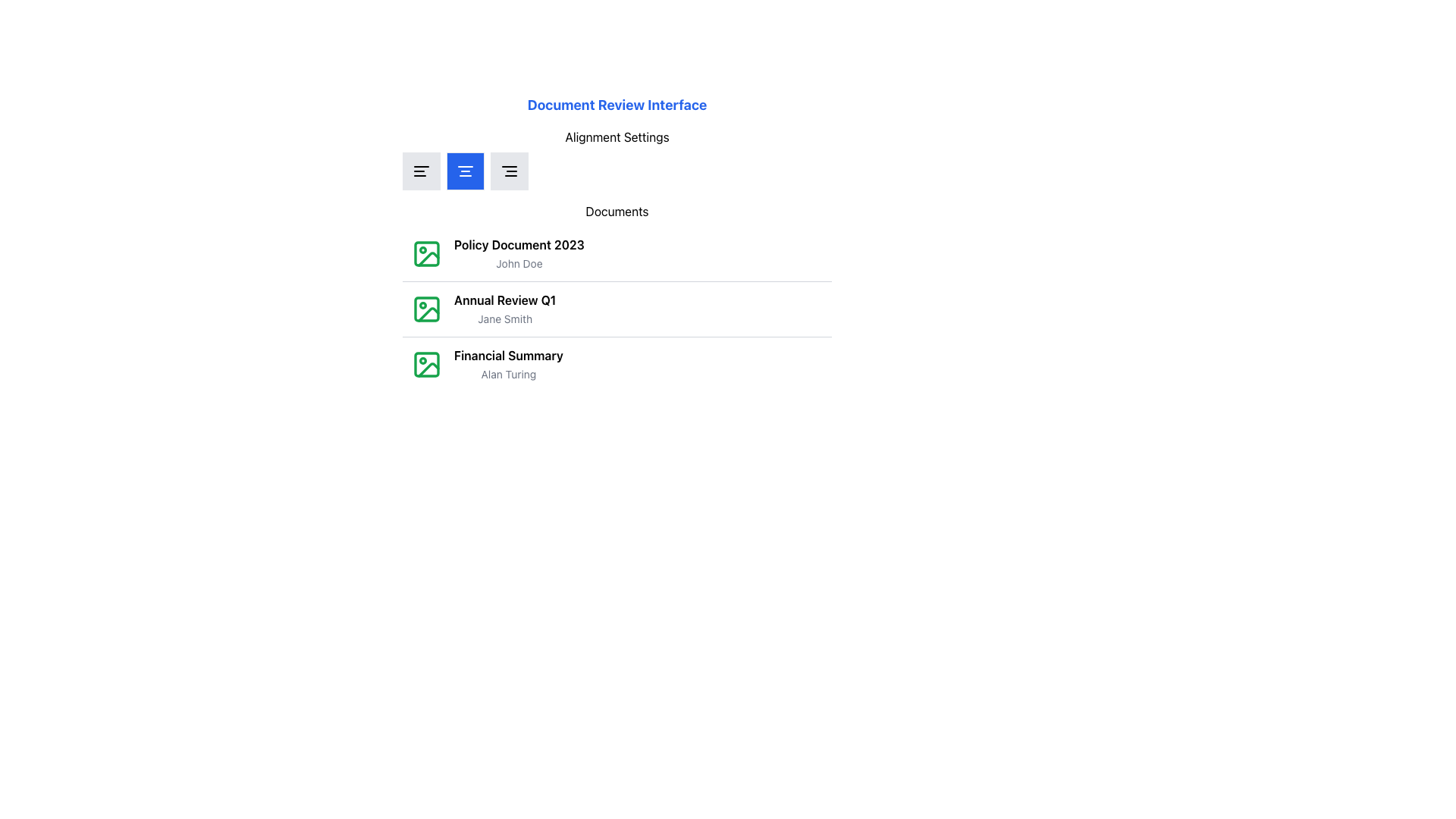 The width and height of the screenshot is (1456, 819). I want to click on text from the label displaying 'Alan Turing', which is styled in gray color and positioned under the 'Financial Summary' heading, so click(508, 374).